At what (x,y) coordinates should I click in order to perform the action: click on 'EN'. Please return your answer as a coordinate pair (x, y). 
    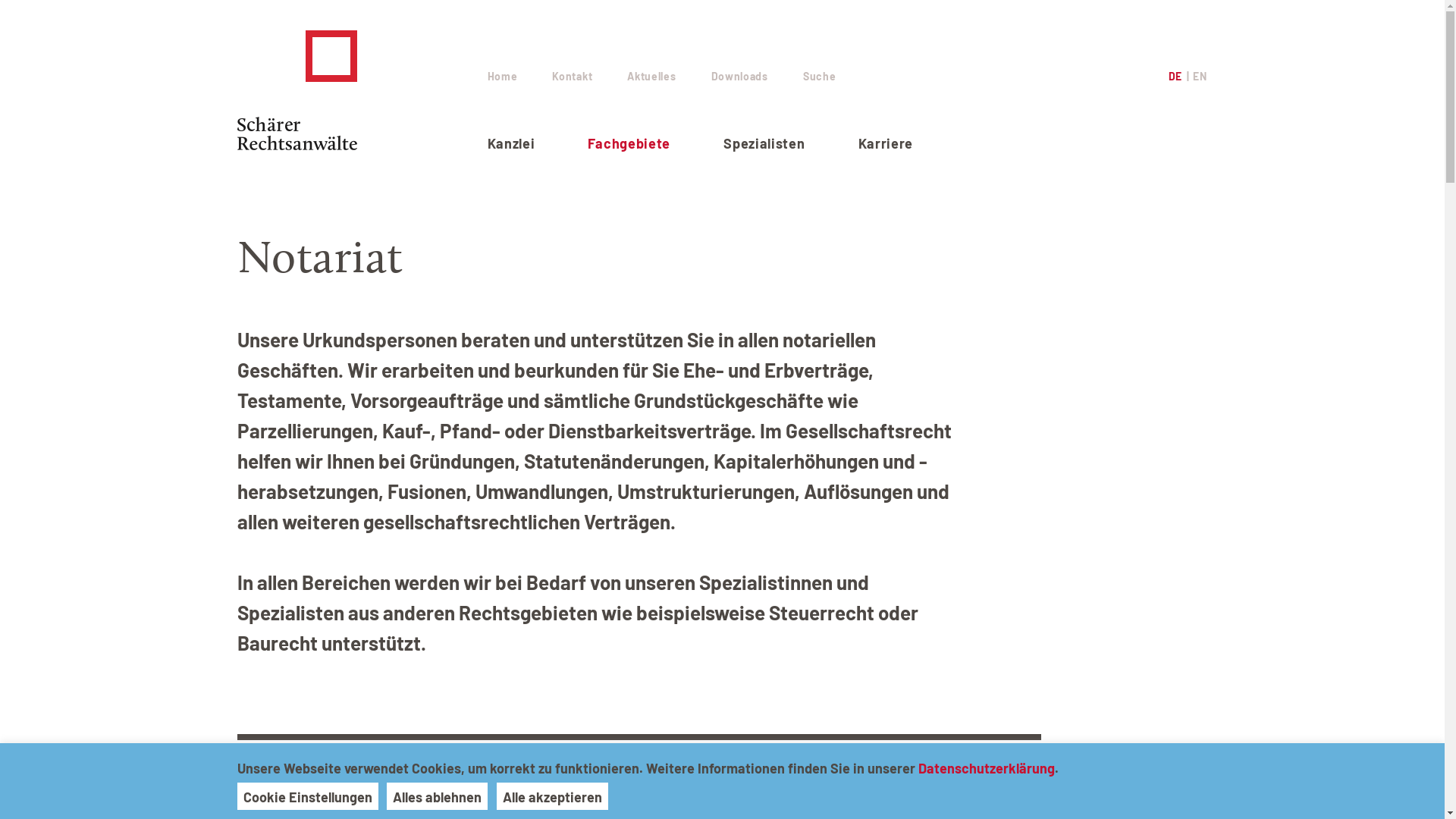
    Looking at the image, I should click on (1192, 76).